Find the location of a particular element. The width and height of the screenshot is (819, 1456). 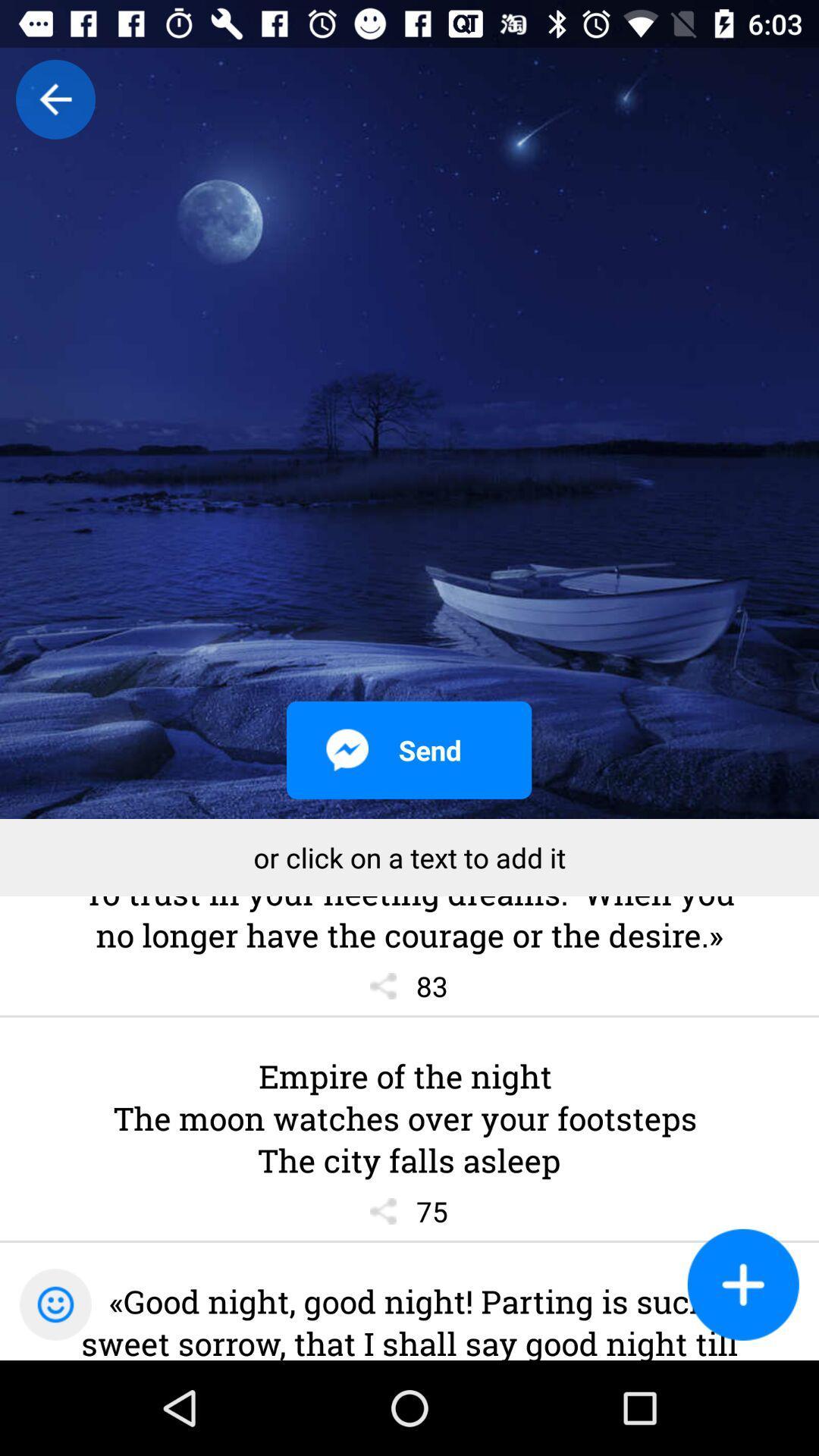

the add icon is located at coordinates (742, 1284).